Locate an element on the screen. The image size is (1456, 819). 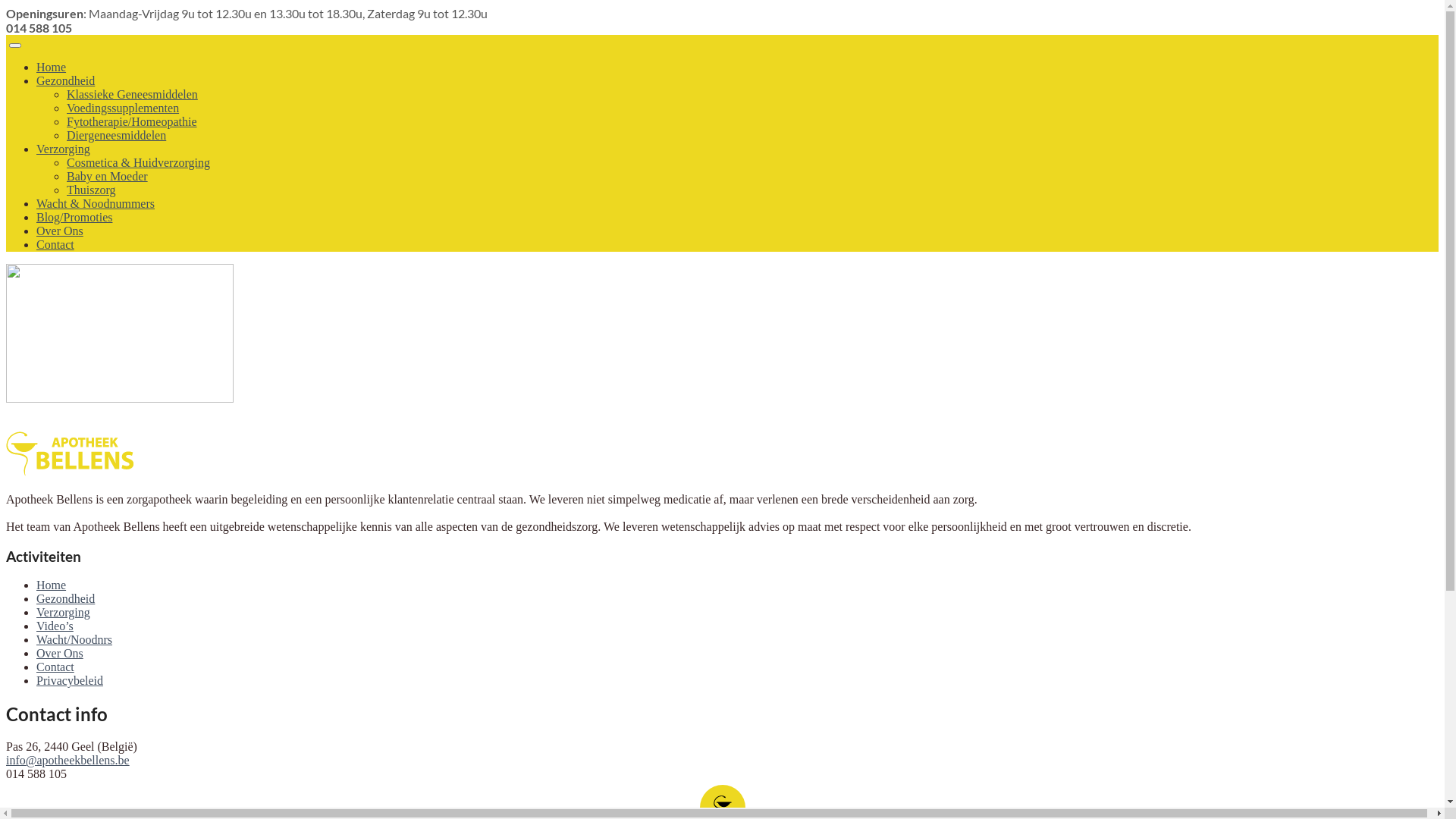
'Contact' is located at coordinates (55, 243).